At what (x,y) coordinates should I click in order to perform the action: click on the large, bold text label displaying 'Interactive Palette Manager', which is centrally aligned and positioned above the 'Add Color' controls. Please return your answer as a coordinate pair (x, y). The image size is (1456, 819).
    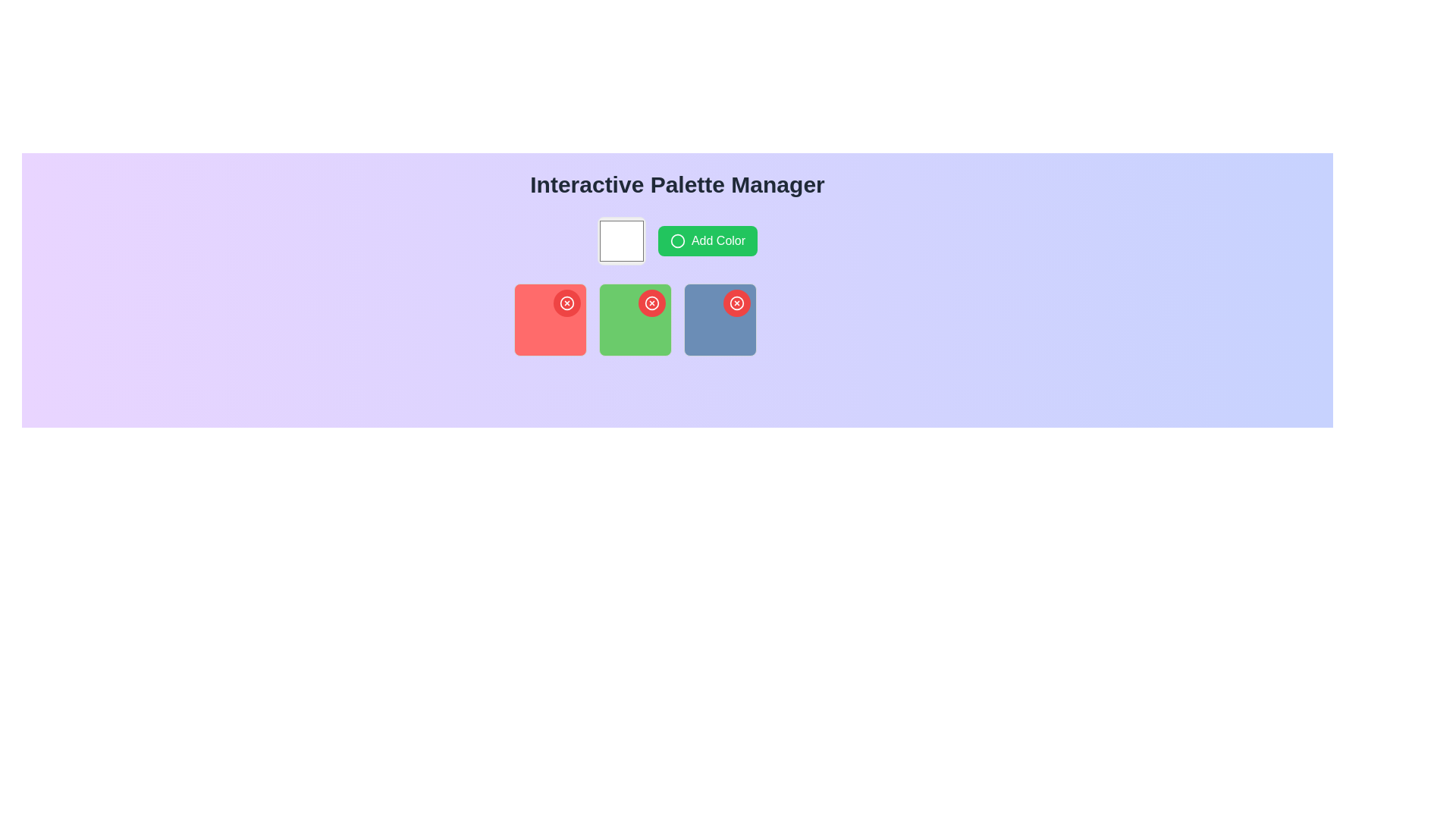
    Looking at the image, I should click on (676, 184).